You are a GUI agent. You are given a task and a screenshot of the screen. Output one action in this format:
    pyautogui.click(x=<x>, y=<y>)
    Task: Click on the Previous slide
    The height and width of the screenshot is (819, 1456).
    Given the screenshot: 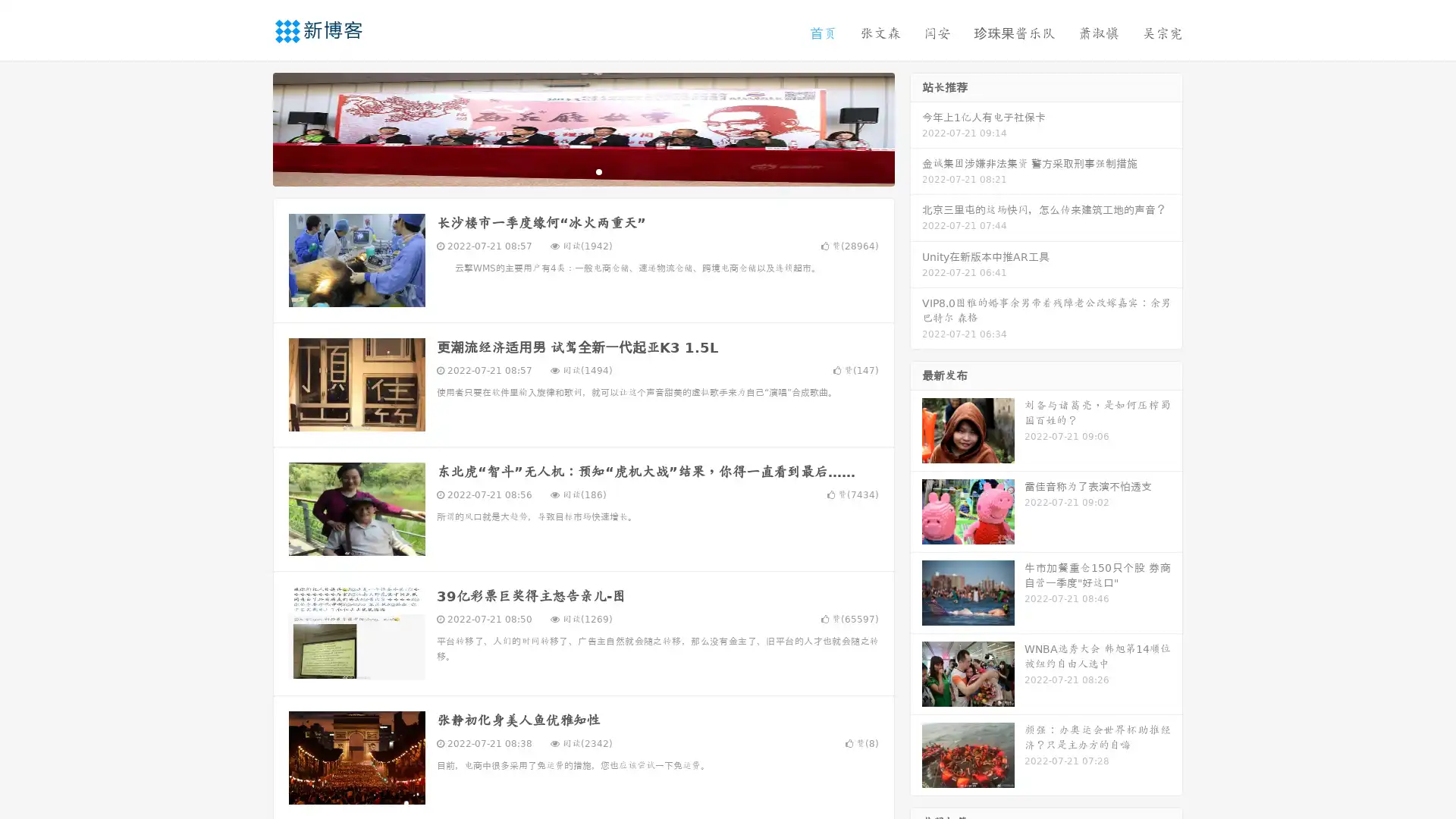 What is the action you would take?
    pyautogui.click(x=250, y=127)
    